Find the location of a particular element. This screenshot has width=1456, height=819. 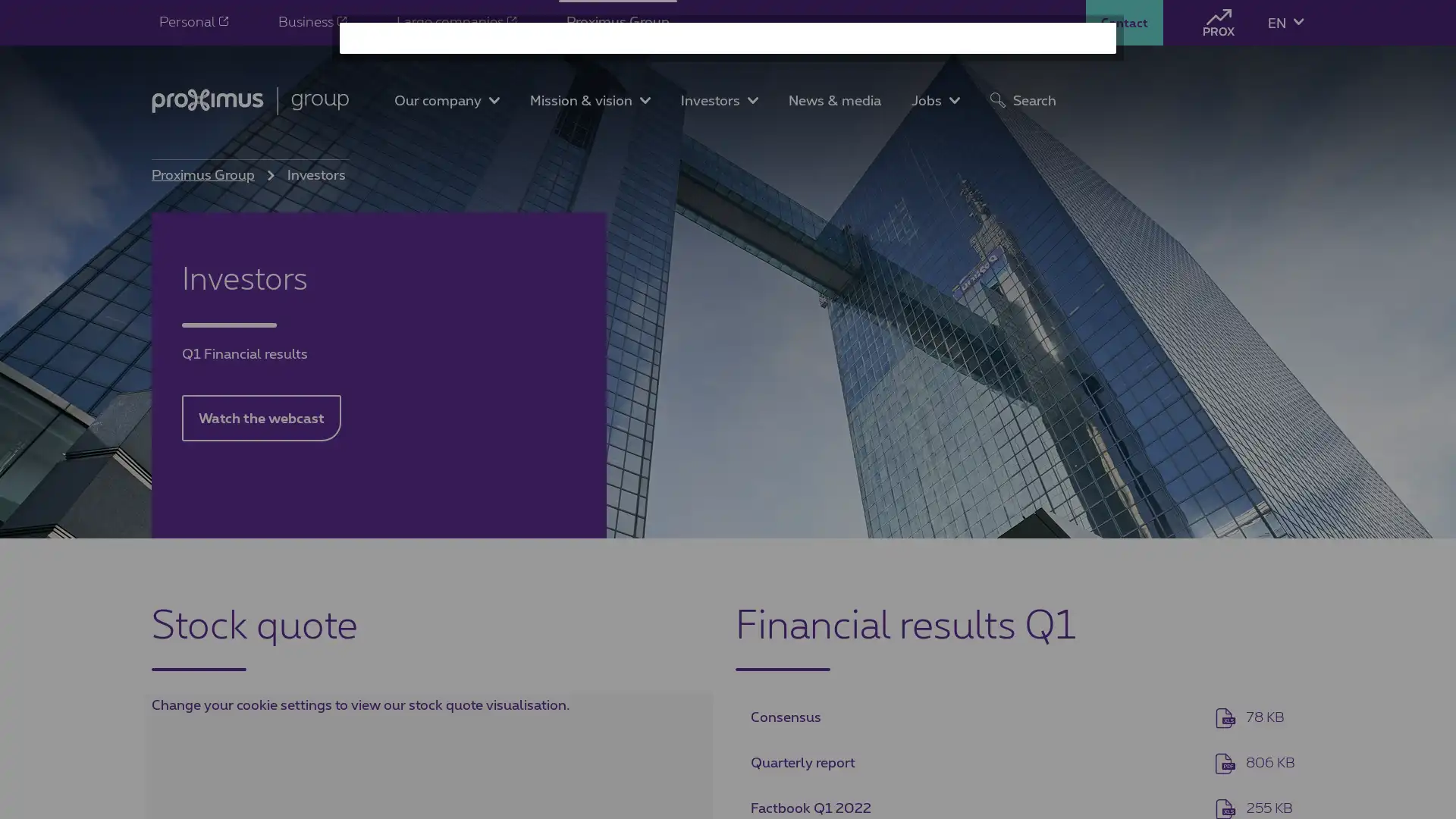

Search is located at coordinates (1023, 100).